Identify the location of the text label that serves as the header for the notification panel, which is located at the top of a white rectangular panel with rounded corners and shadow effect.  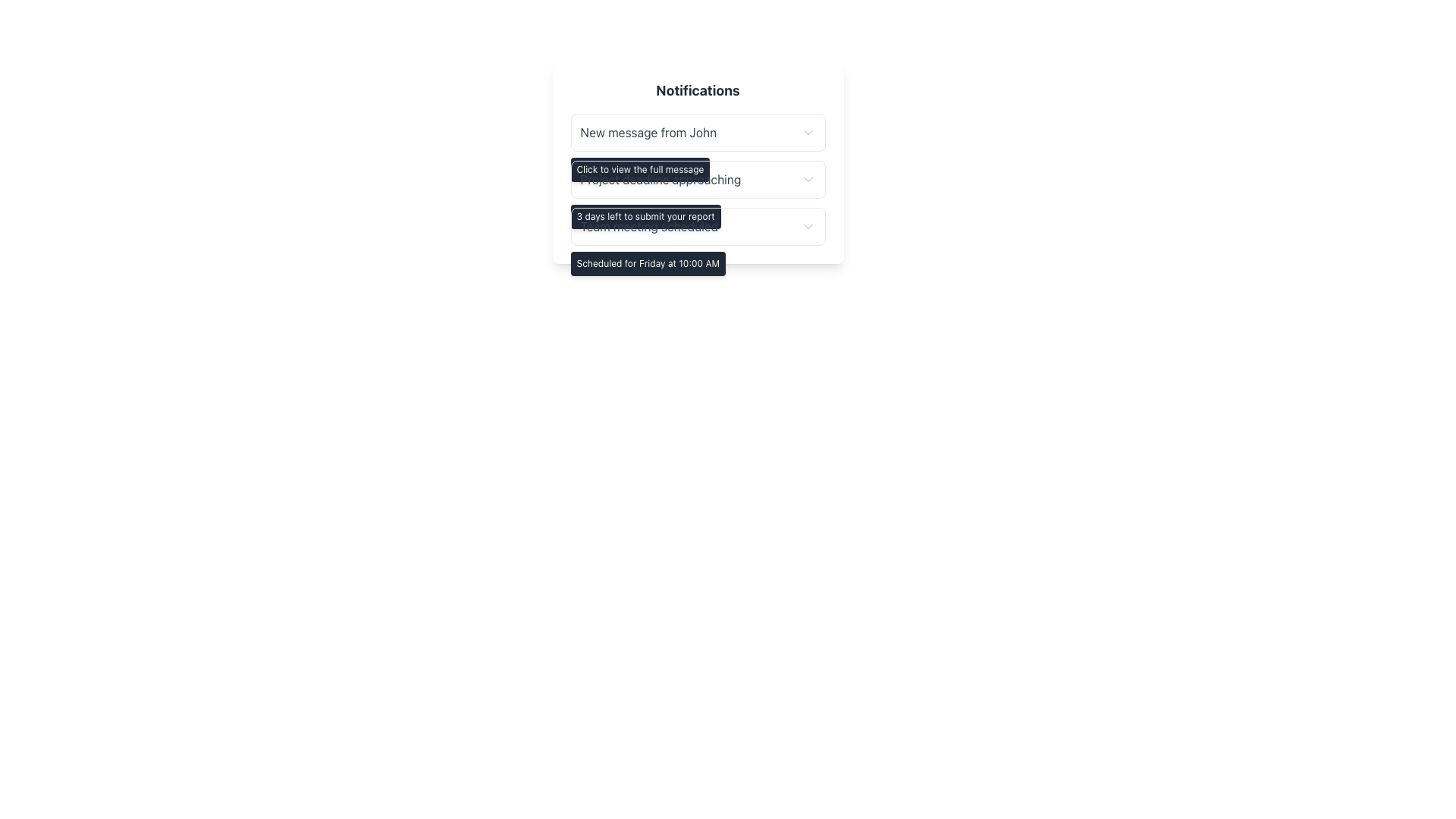
(697, 90).